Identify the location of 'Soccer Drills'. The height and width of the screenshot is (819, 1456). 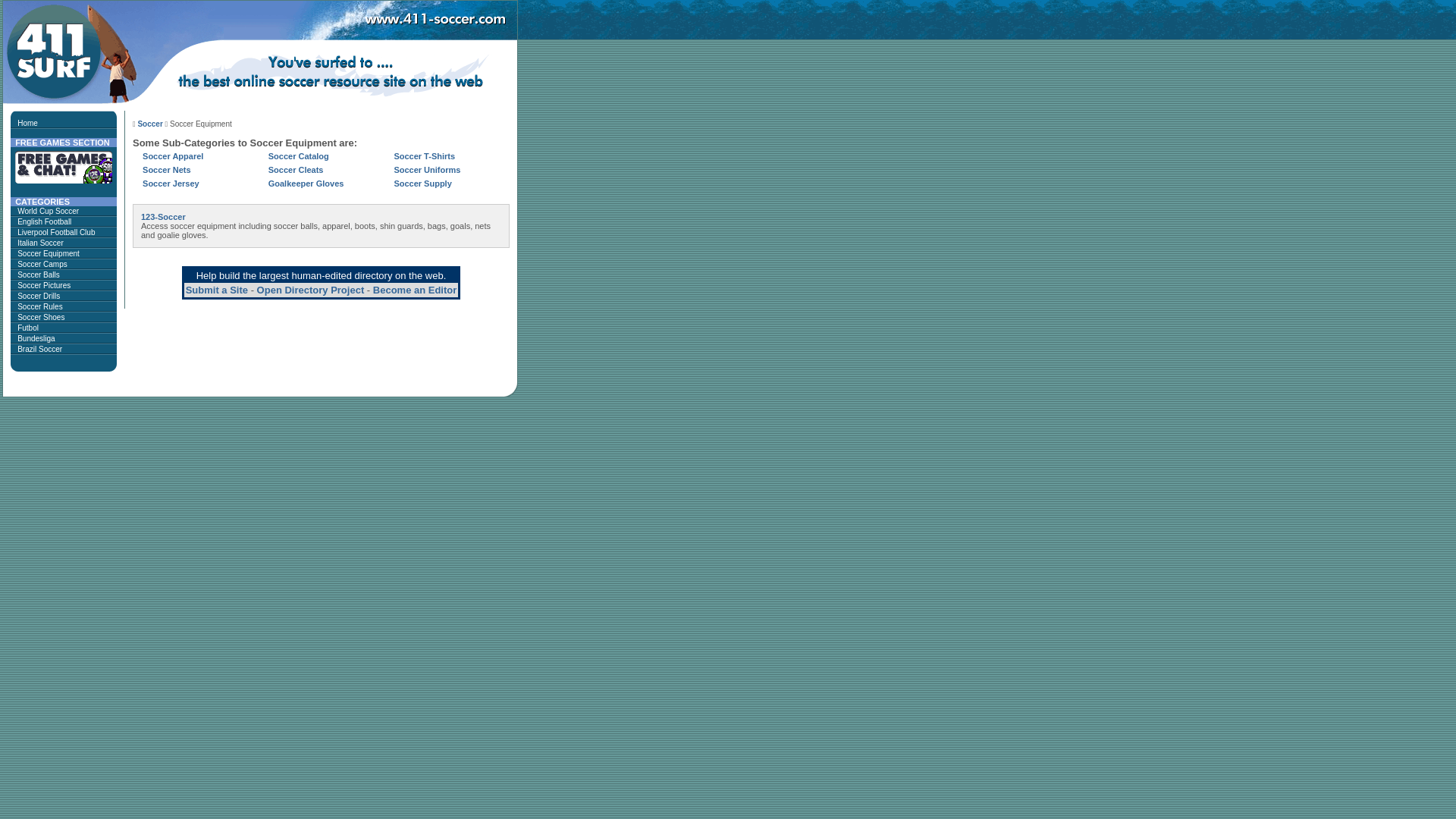
(17, 296).